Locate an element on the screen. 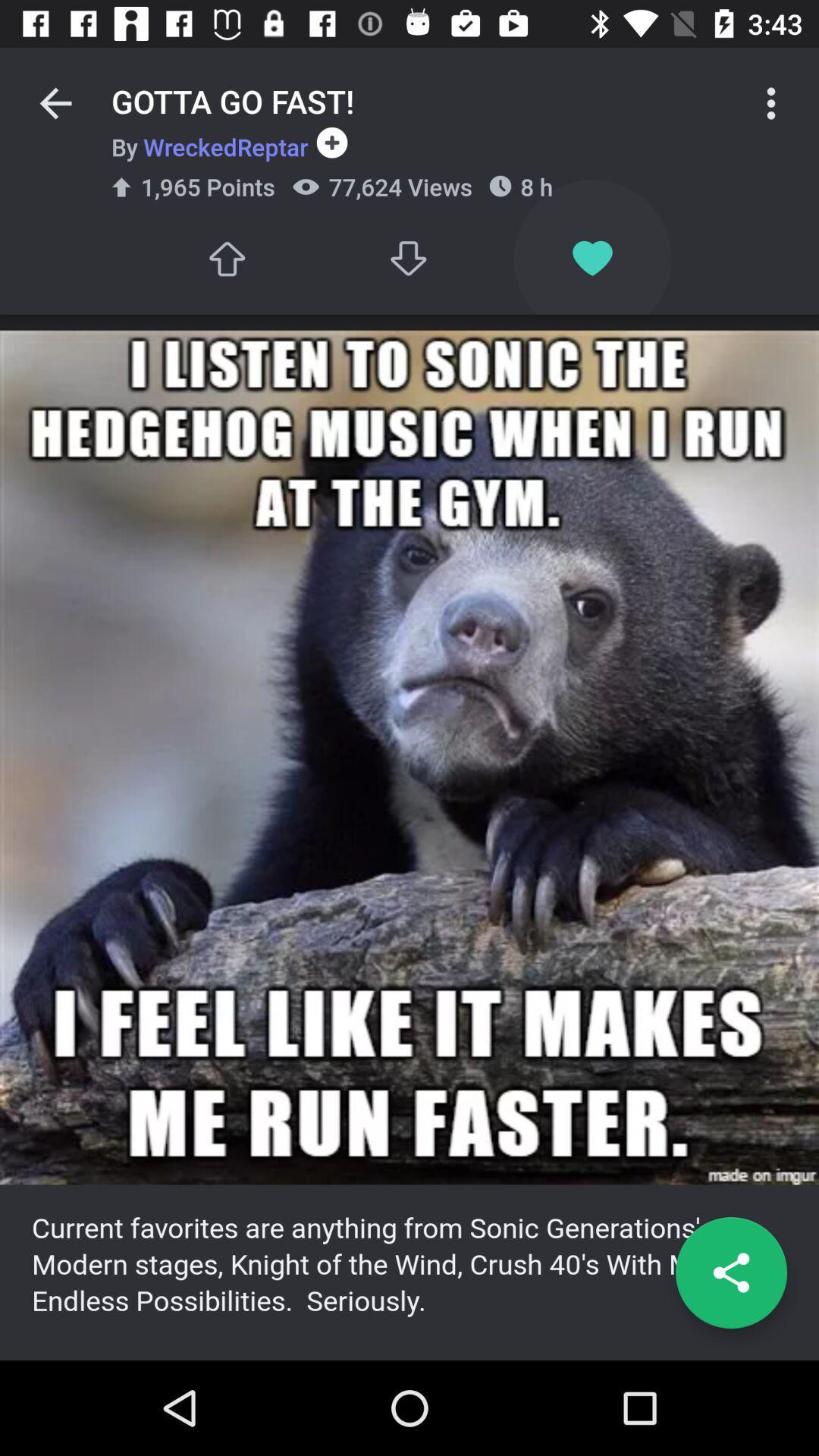 The height and width of the screenshot is (1456, 819). the more icon is located at coordinates (771, 102).